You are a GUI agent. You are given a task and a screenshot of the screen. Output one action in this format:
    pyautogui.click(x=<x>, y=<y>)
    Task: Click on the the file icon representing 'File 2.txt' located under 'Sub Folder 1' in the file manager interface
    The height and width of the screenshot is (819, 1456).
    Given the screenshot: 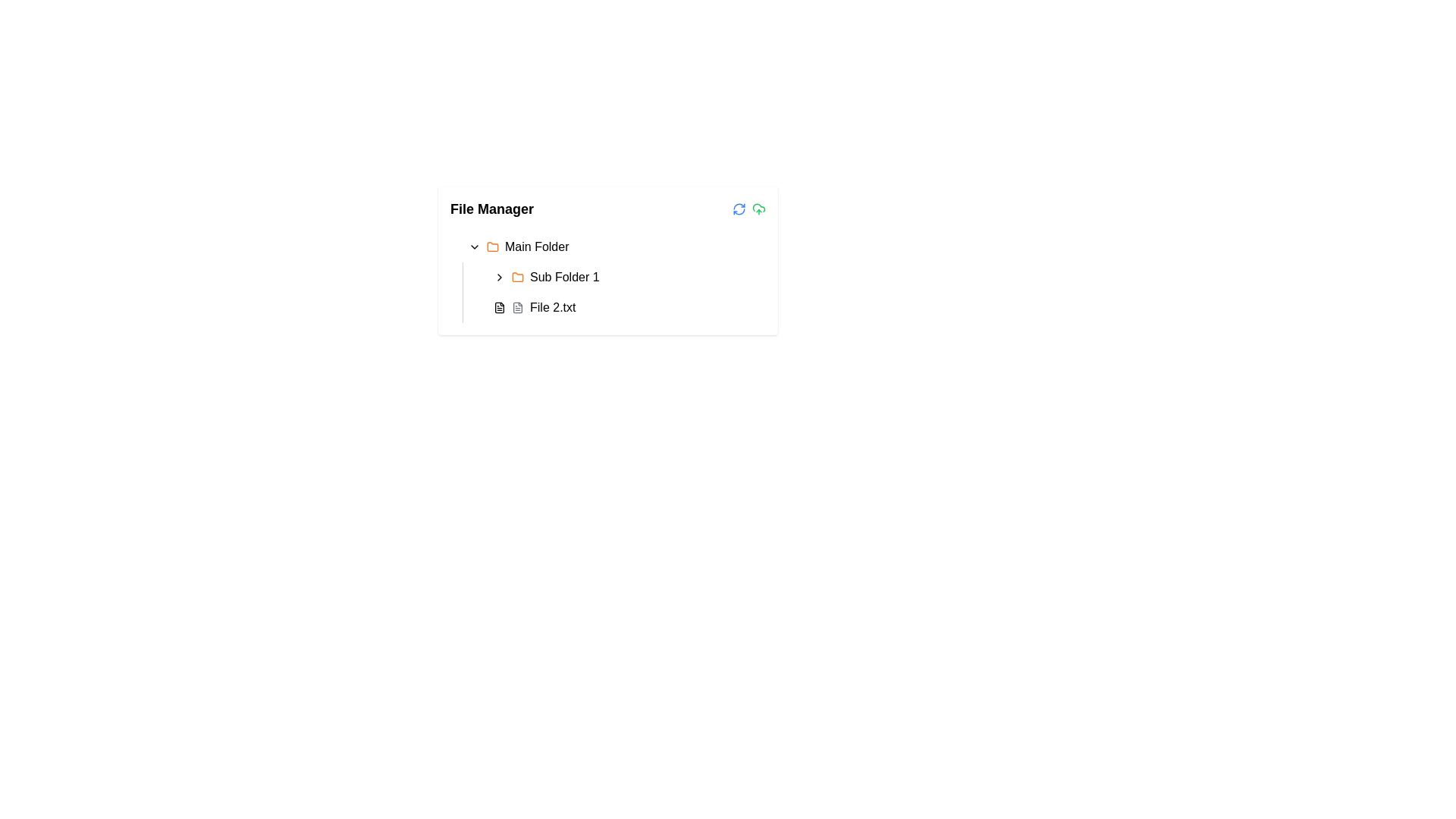 What is the action you would take?
    pyautogui.click(x=499, y=307)
    